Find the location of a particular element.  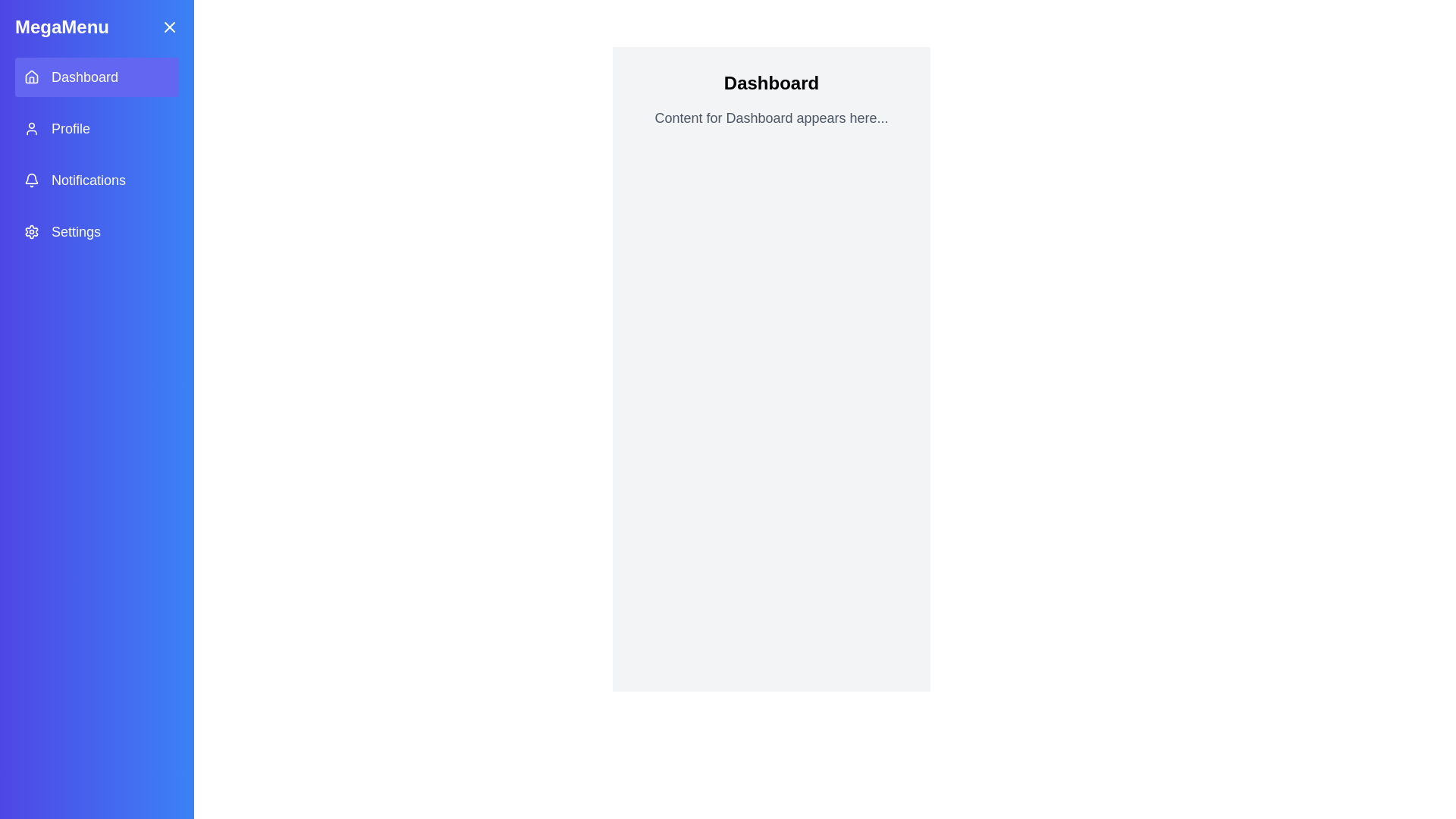

the 'Notifications' text label located in the sidebar menu, which is displayed in bold white font on a gradient blue background is located at coordinates (87, 180).